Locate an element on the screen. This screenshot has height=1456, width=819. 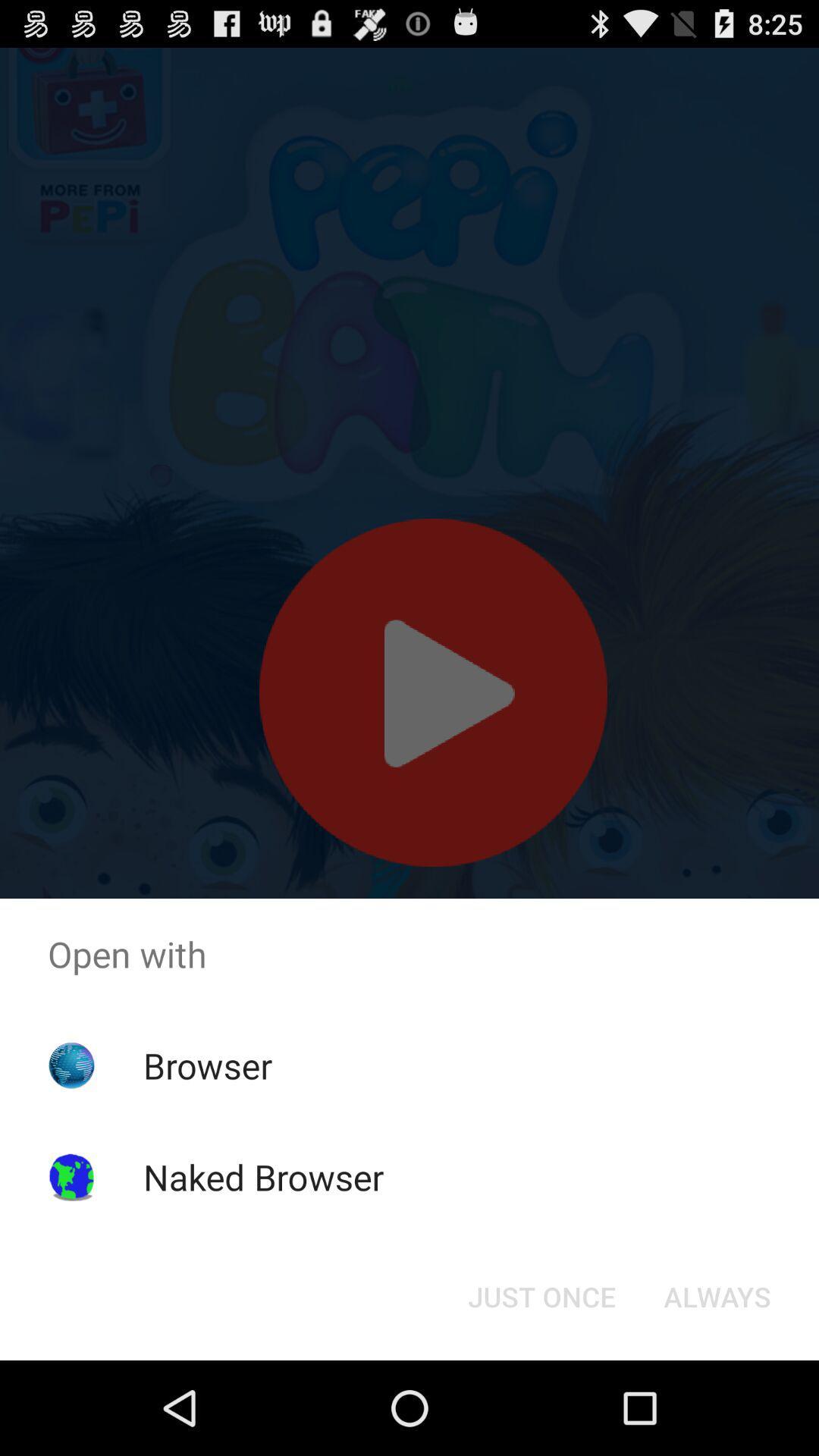
naked browser item is located at coordinates (262, 1176).